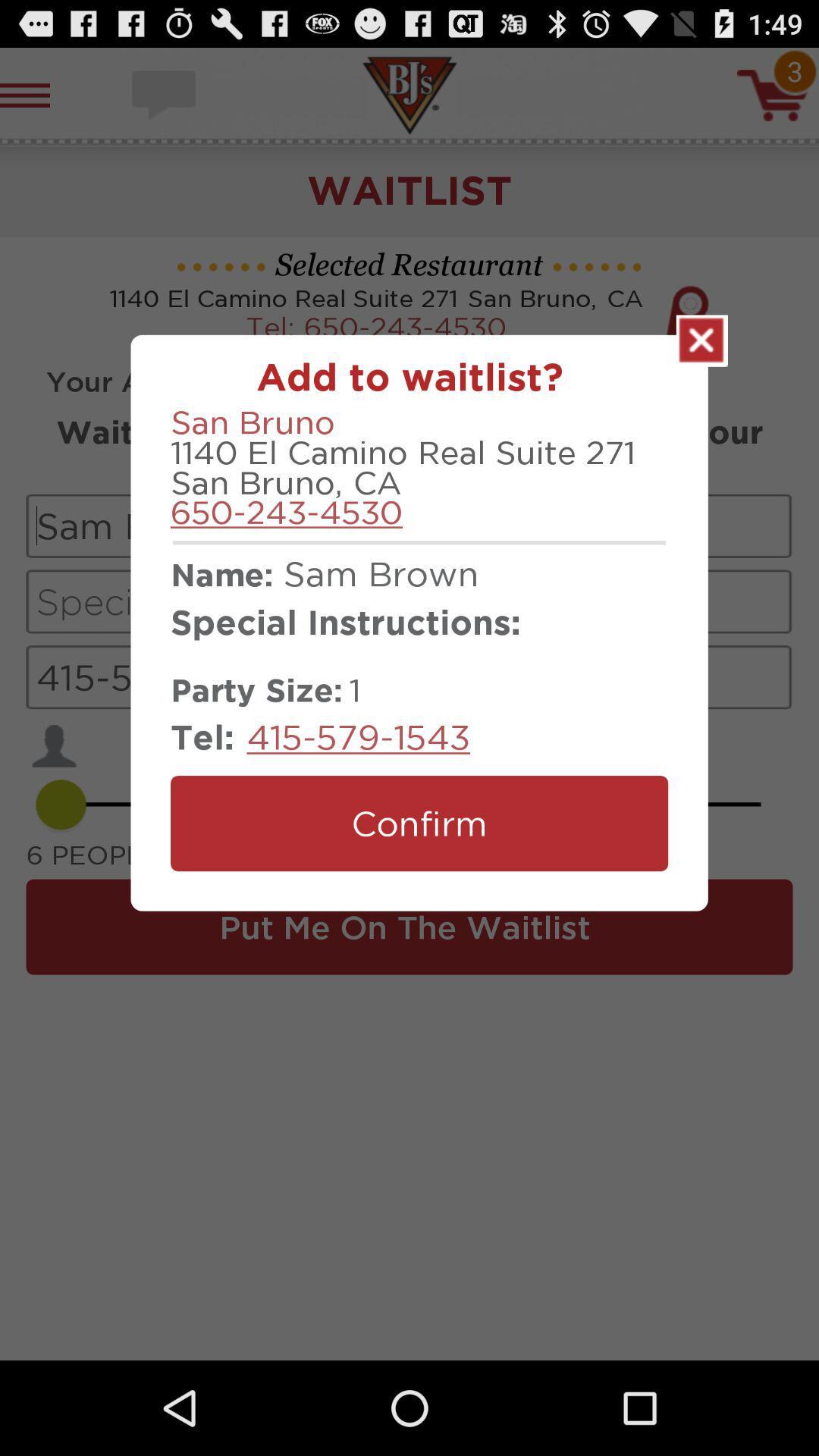  I want to click on 415-579-1543 item, so click(358, 736).